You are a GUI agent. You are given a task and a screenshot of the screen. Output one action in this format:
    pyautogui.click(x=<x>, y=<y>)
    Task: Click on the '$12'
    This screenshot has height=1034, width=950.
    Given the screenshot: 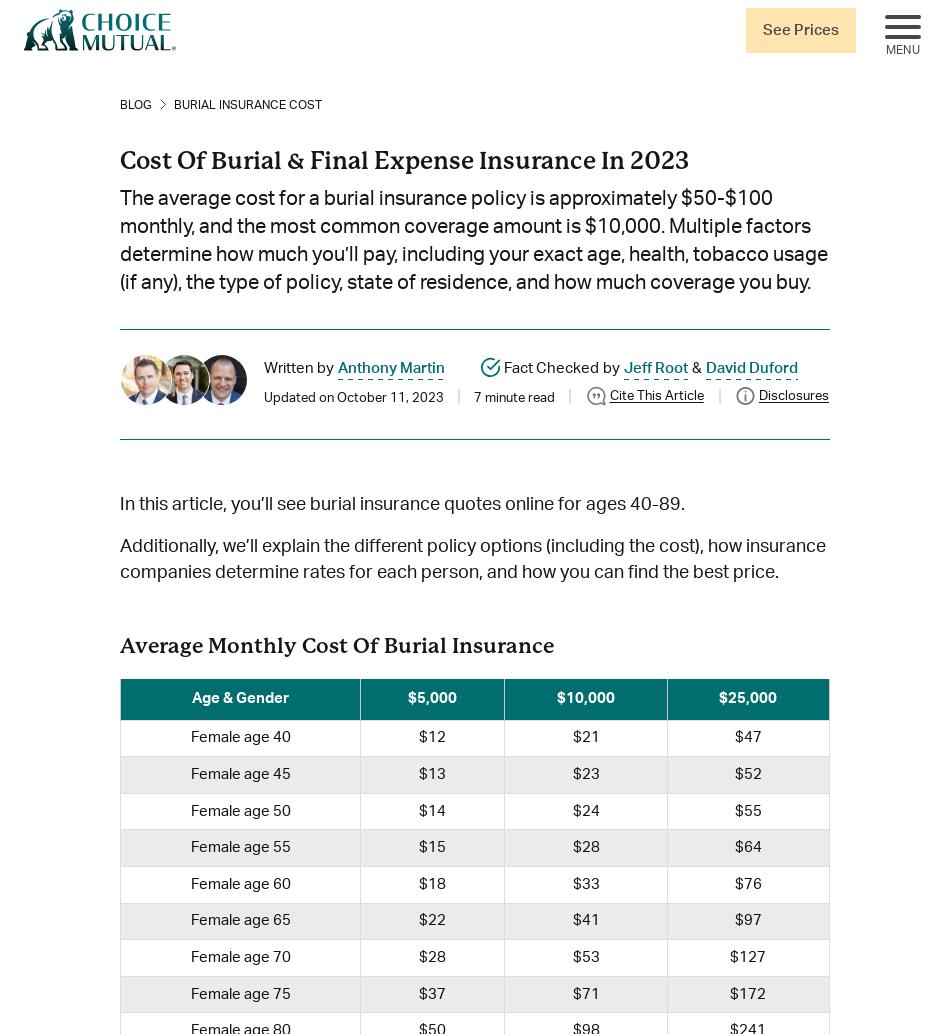 What is the action you would take?
    pyautogui.click(x=431, y=737)
    